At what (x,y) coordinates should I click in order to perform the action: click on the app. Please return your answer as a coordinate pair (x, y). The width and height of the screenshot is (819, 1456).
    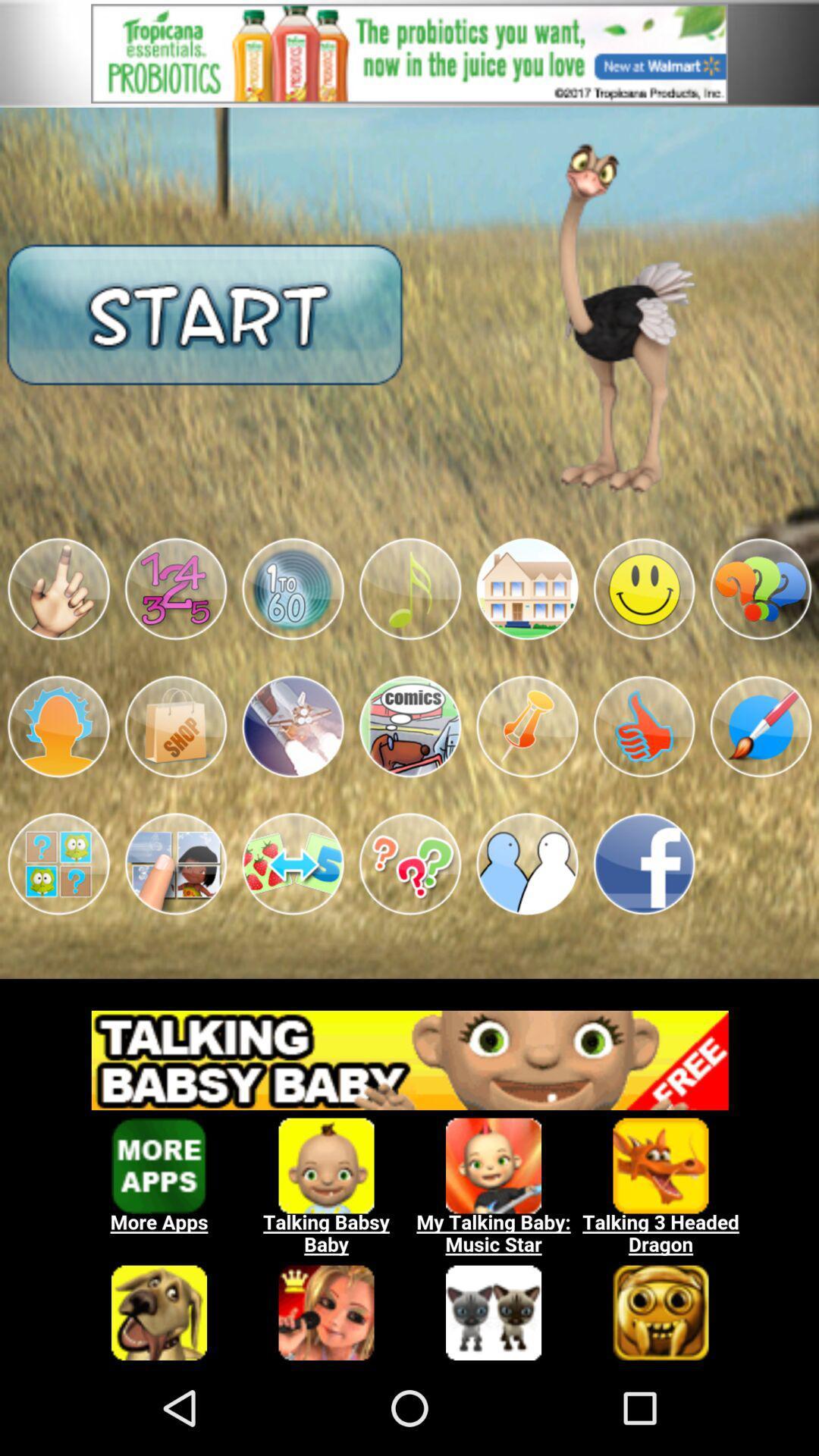
    Looking at the image, I should click on (526, 726).